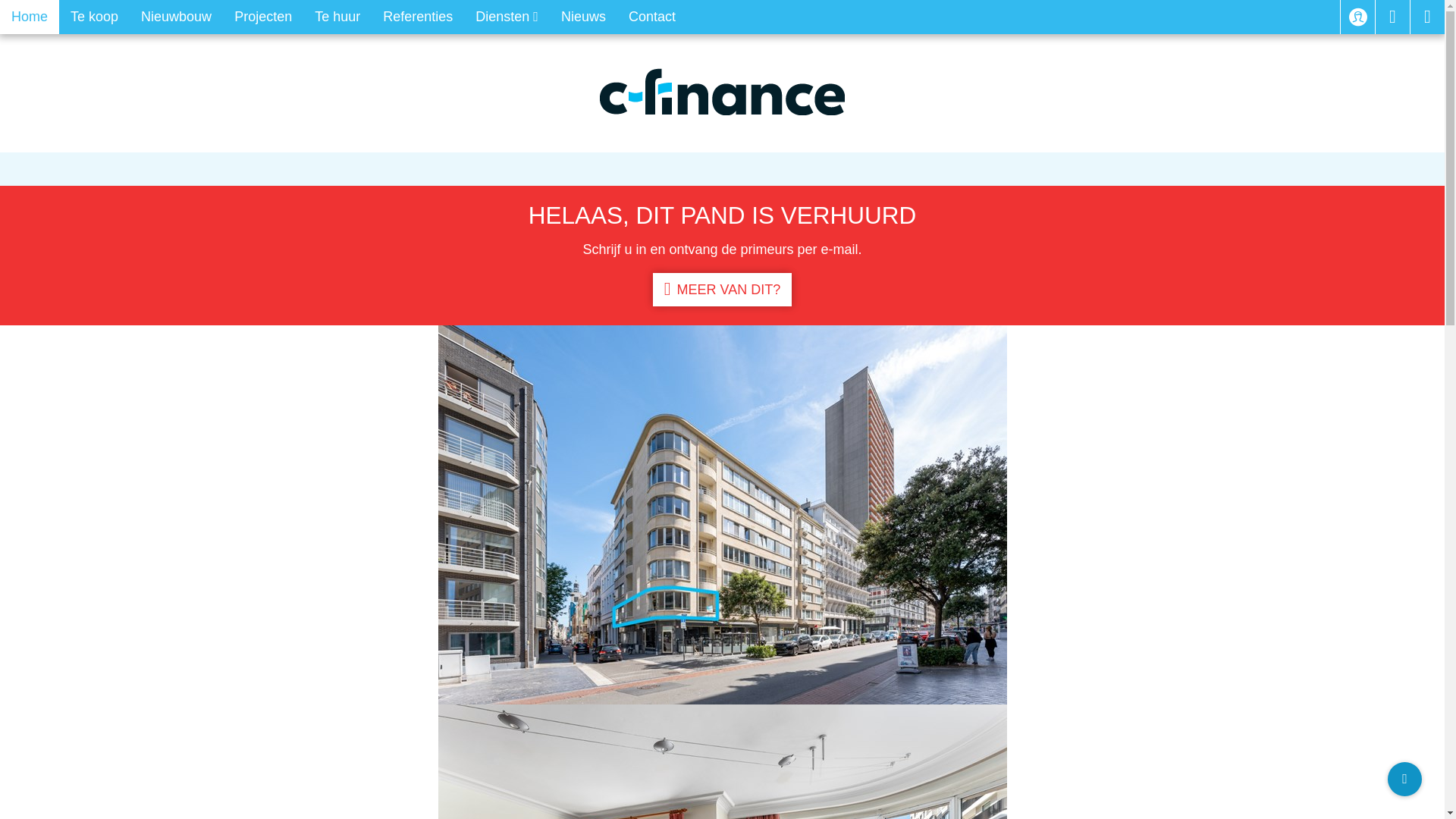  I want to click on 'Nieuwbouw', so click(176, 17).